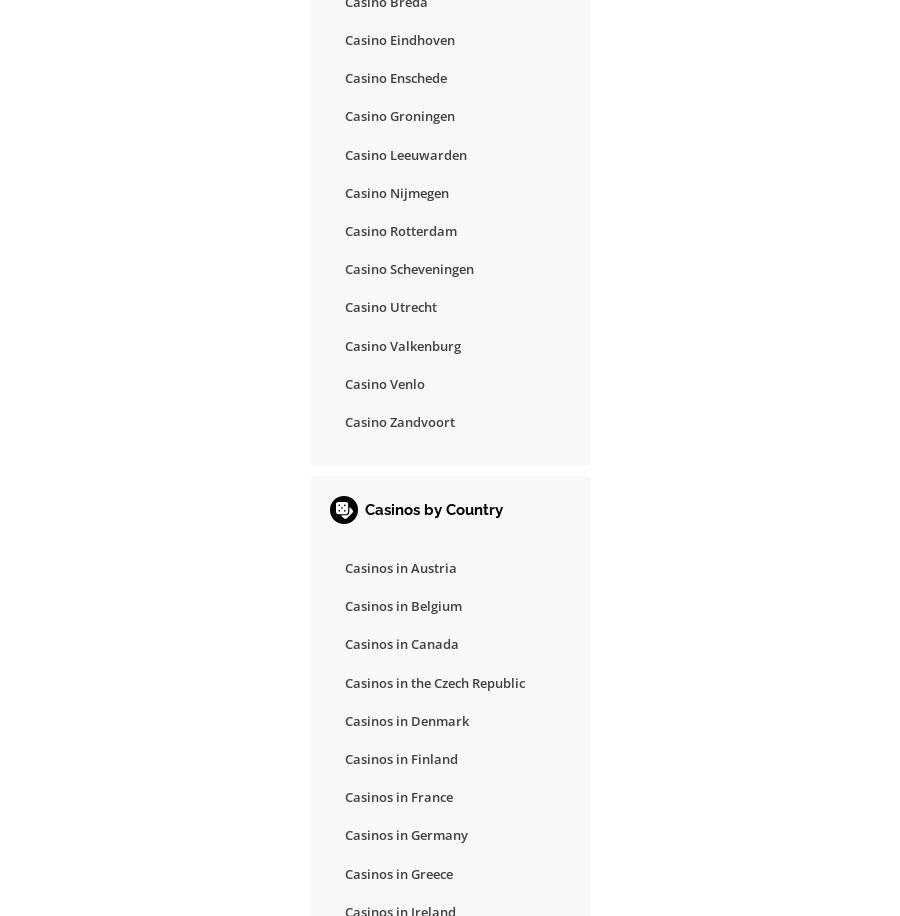 The image size is (900, 916). What do you see at coordinates (401, 567) in the screenshot?
I see `'Casinos in Austria'` at bounding box center [401, 567].